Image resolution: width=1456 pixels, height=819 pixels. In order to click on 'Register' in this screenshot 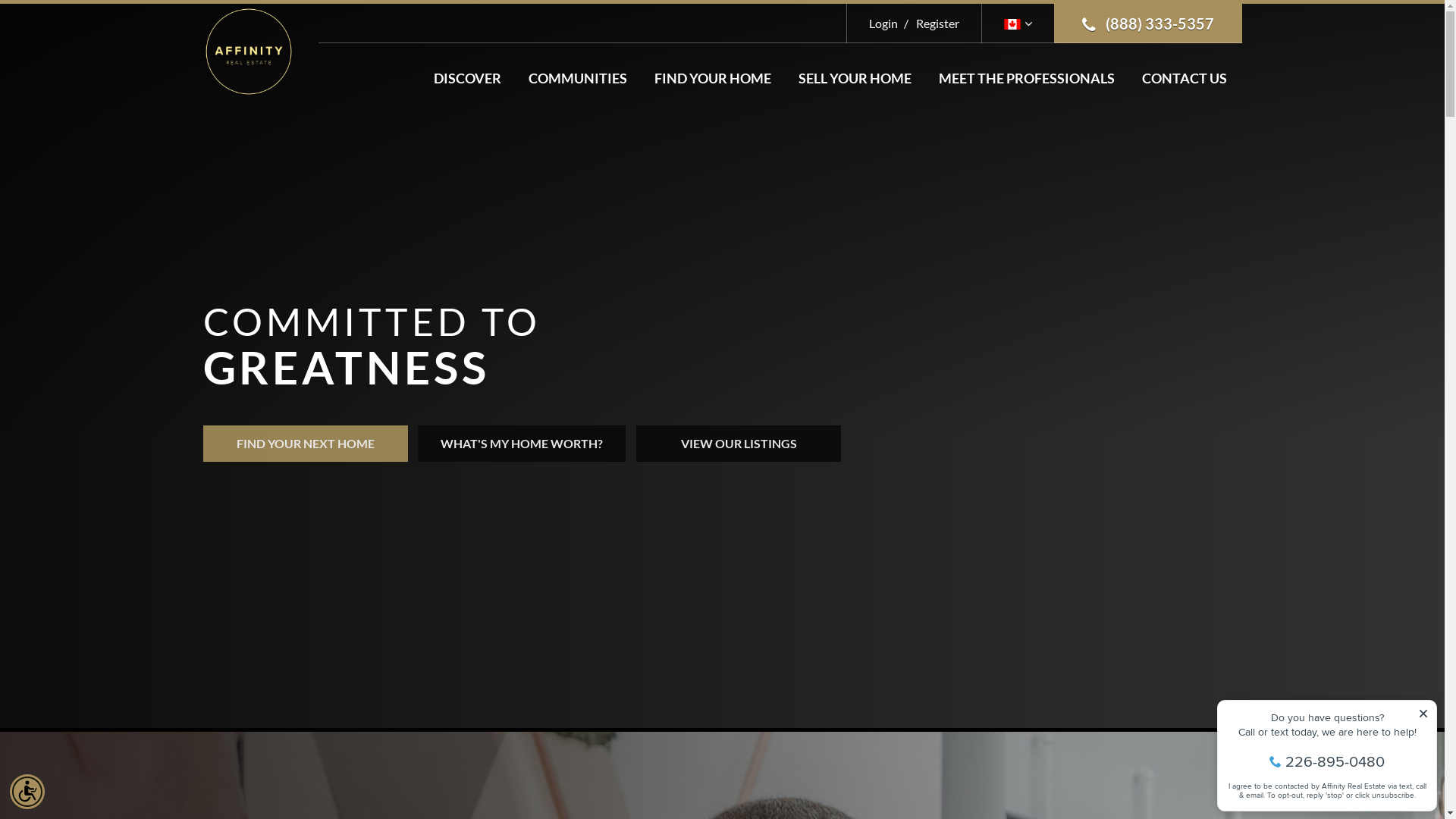, I will do `click(899, 23)`.